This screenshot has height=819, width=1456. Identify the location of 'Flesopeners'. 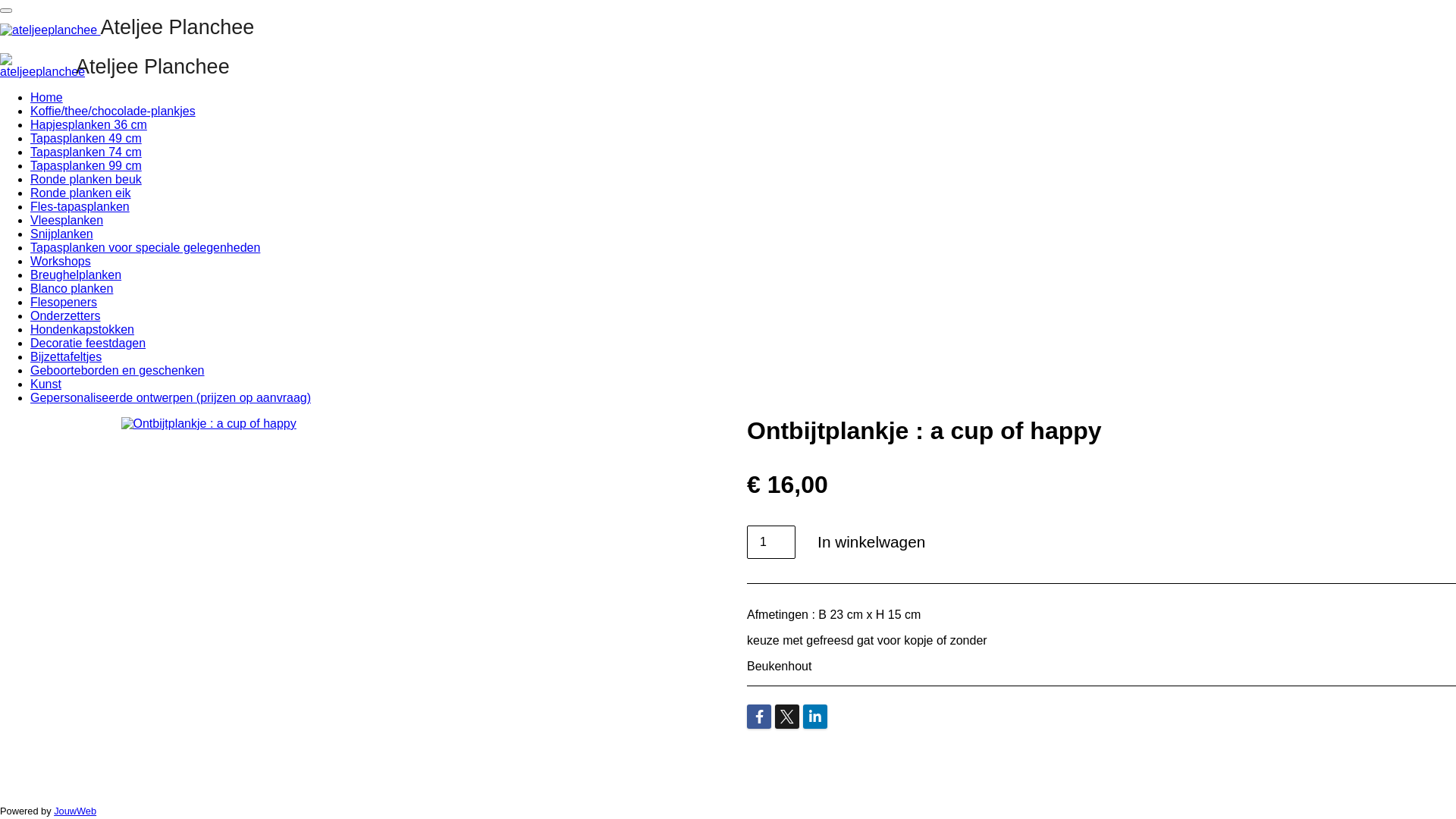
(62, 302).